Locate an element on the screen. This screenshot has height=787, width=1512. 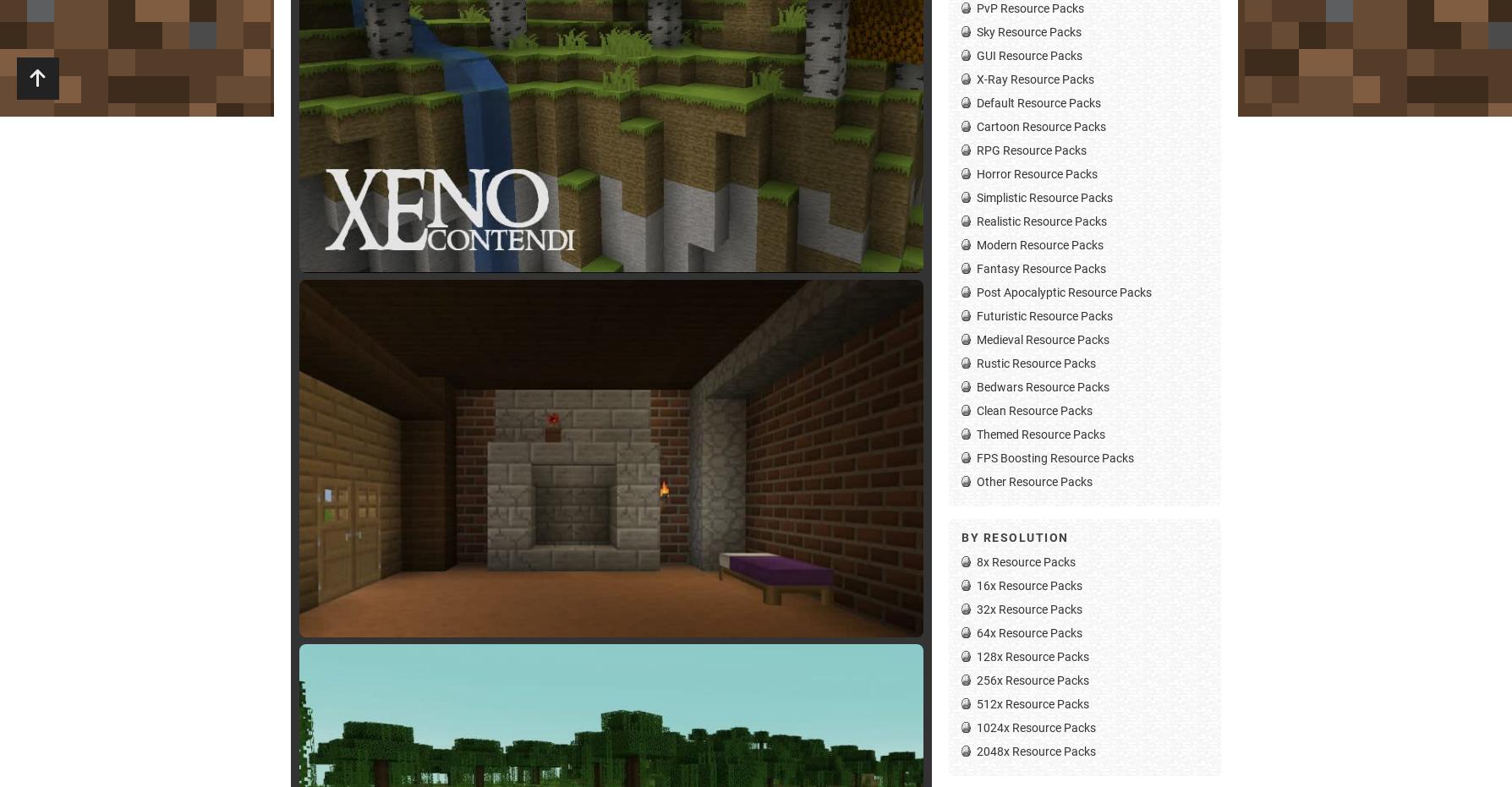
'Fantasy Resource Packs' is located at coordinates (1040, 267).